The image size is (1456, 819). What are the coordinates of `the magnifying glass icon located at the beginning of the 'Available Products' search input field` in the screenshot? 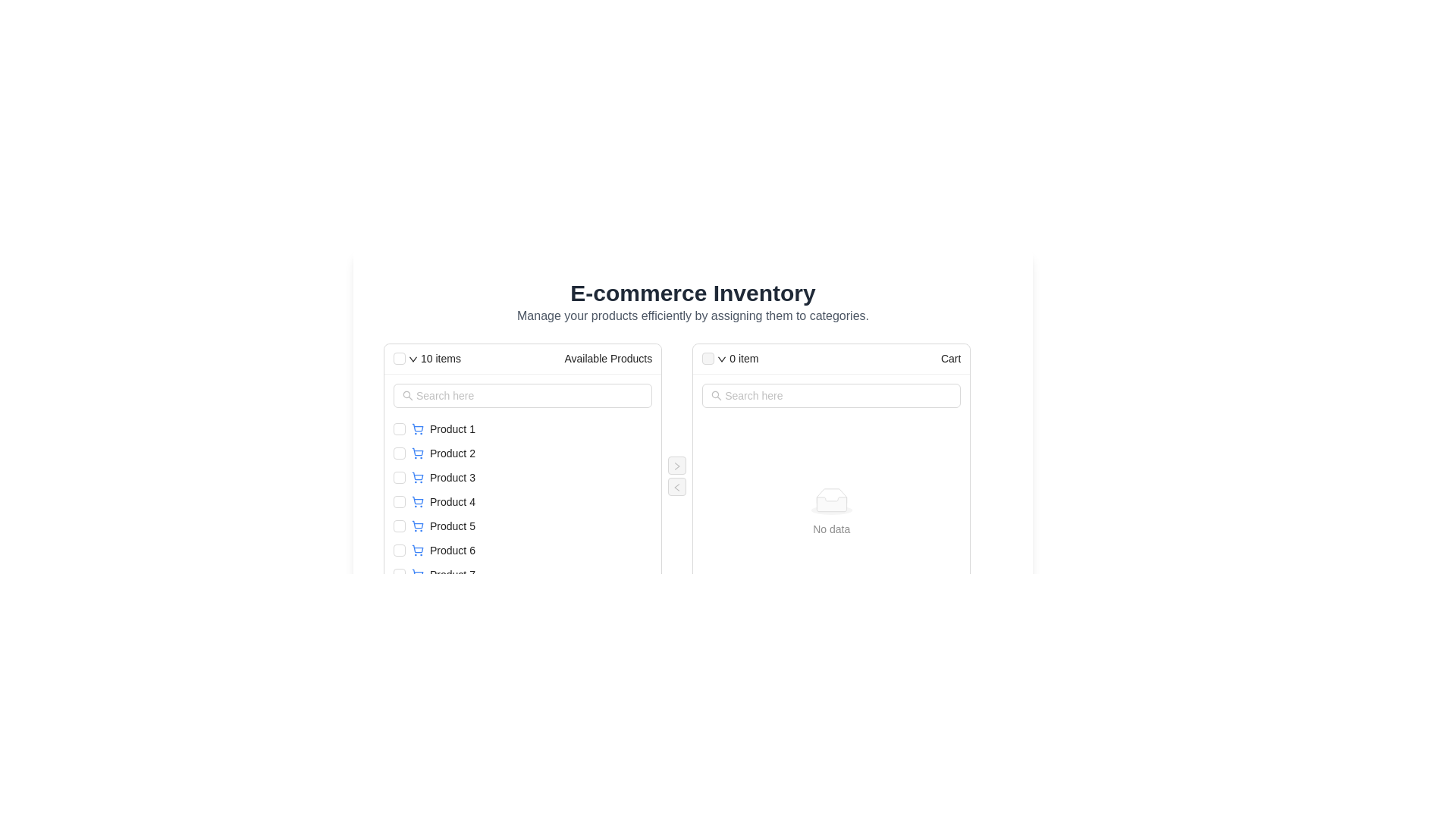 It's located at (407, 394).